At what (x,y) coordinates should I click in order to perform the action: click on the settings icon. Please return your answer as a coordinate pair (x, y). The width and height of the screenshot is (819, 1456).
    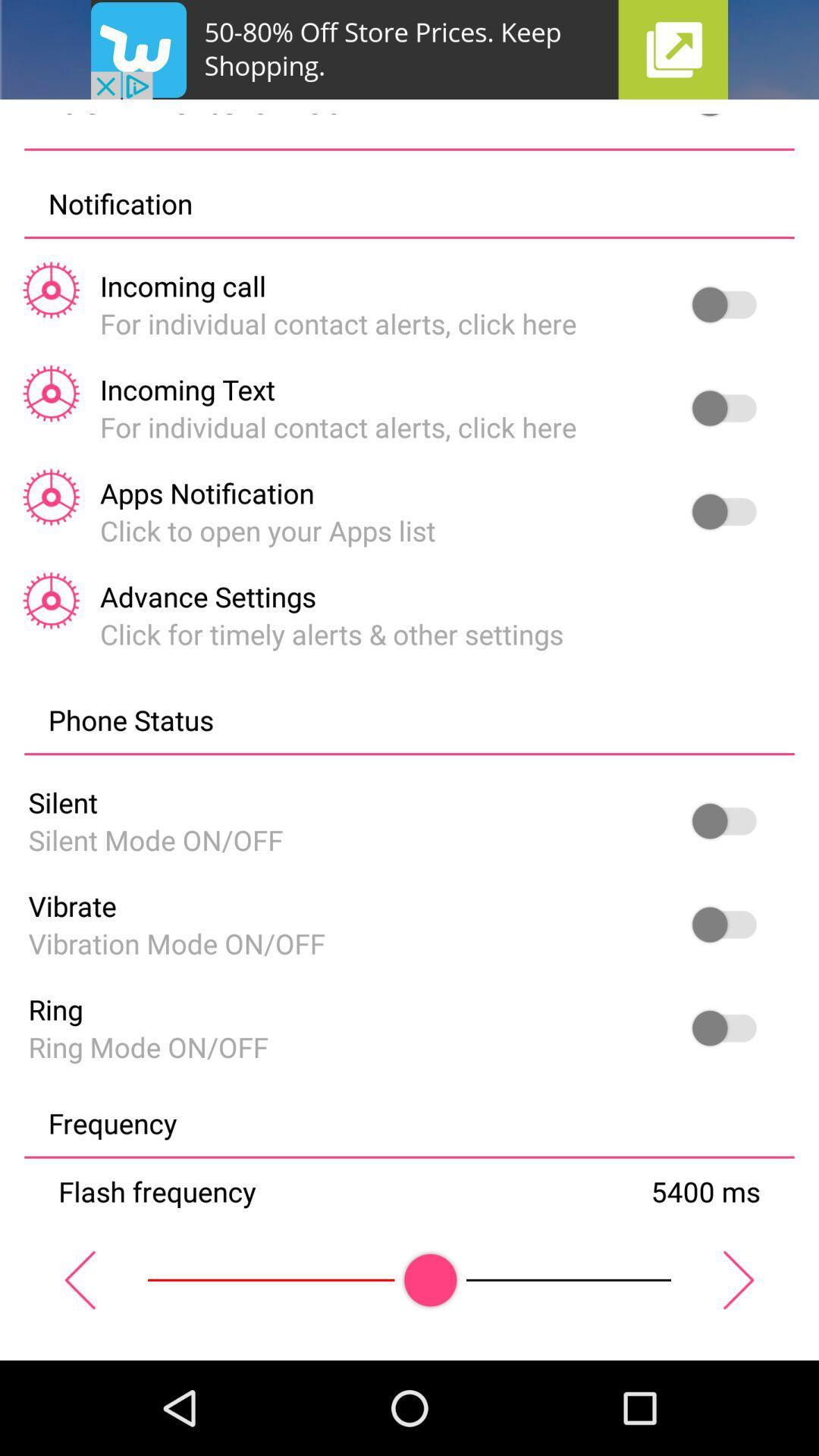
    Looking at the image, I should click on (49, 288).